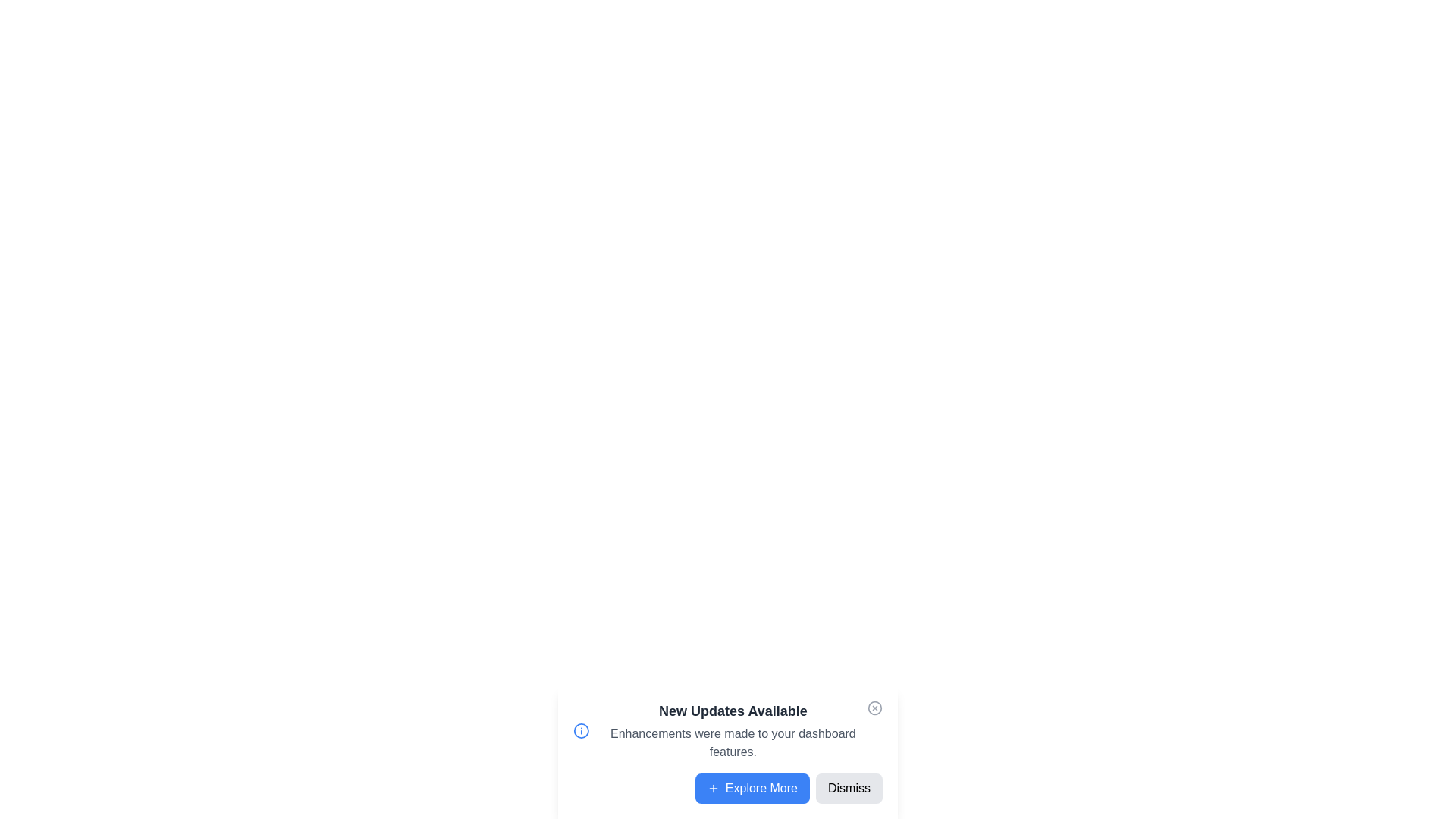  Describe the element at coordinates (848, 788) in the screenshot. I see `the 'Dismiss' button to close the notification panel` at that location.